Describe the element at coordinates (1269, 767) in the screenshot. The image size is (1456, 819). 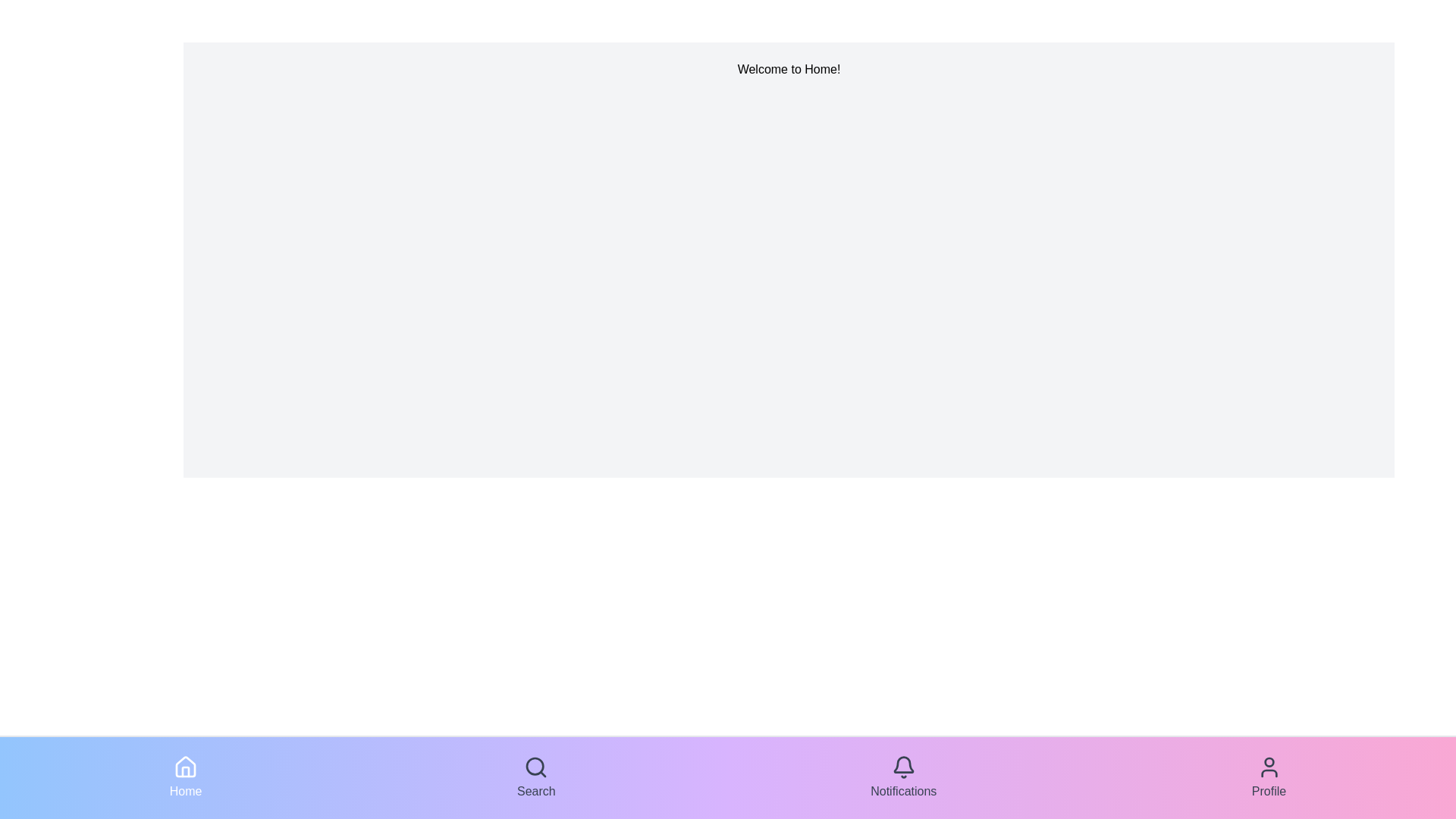
I see `the user's profile icon located at the top of the bottom-right corner navigation bar` at that location.